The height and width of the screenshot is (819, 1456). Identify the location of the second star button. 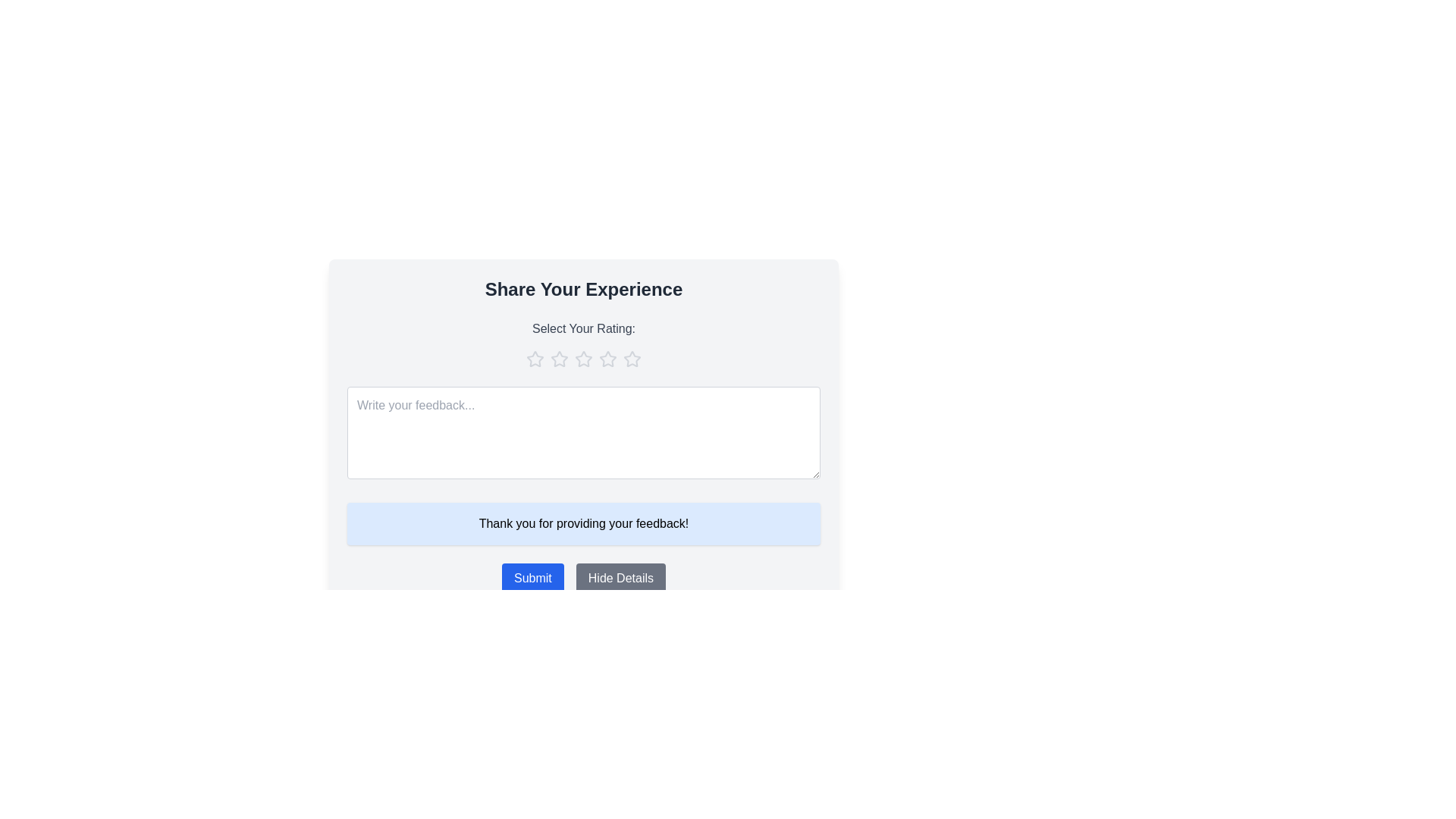
(582, 359).